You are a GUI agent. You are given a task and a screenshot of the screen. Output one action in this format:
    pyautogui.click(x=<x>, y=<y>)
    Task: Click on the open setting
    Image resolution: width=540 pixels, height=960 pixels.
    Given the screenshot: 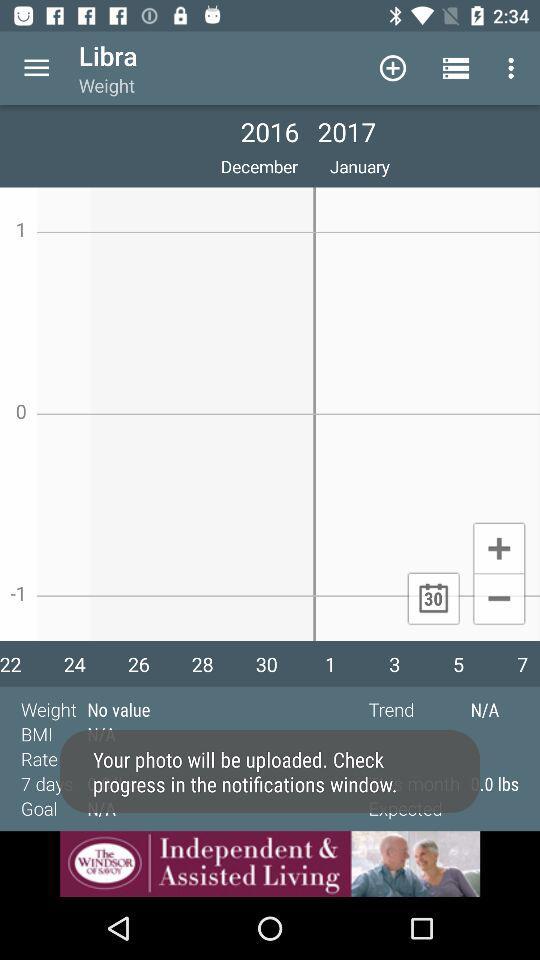 What is the action you would take?
    pyautogui.click(x=36, y=68)
    